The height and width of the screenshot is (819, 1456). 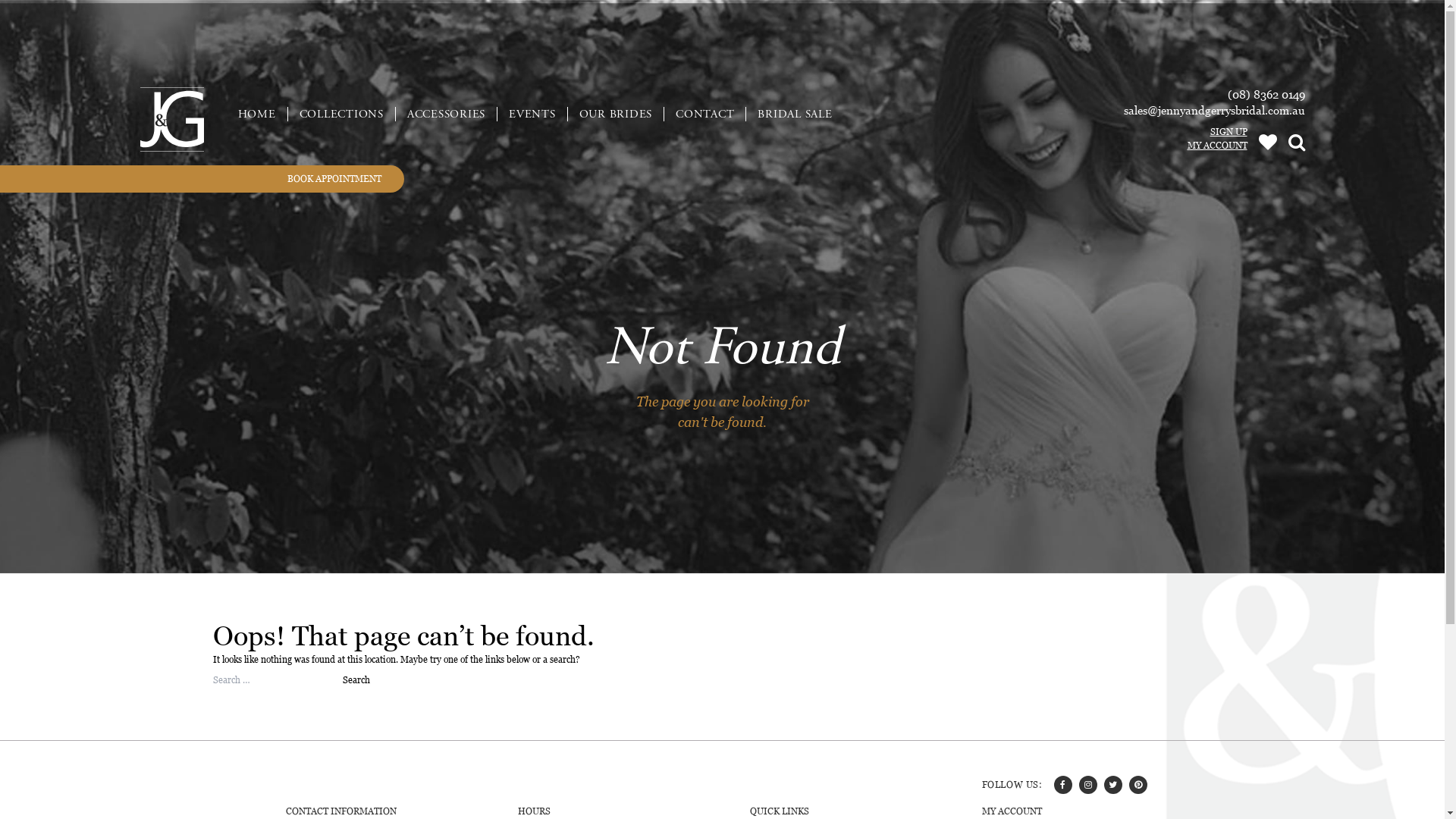 What do you see at coordinates (793, 112) in the screenshot?
I see `'BRIDAL SALE'` at bounding box center [793, 112].